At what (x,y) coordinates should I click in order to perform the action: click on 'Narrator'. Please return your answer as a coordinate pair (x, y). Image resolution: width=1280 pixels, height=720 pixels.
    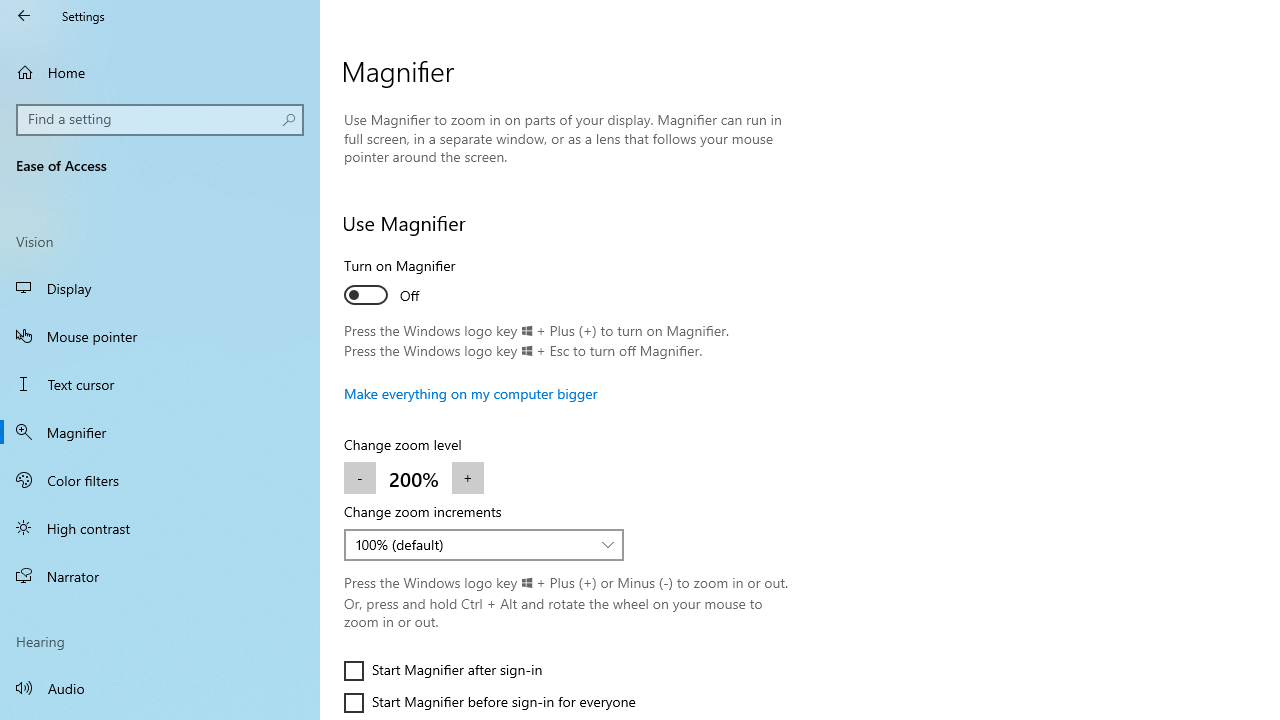
    Looking at the image, I should click on (160, 576).